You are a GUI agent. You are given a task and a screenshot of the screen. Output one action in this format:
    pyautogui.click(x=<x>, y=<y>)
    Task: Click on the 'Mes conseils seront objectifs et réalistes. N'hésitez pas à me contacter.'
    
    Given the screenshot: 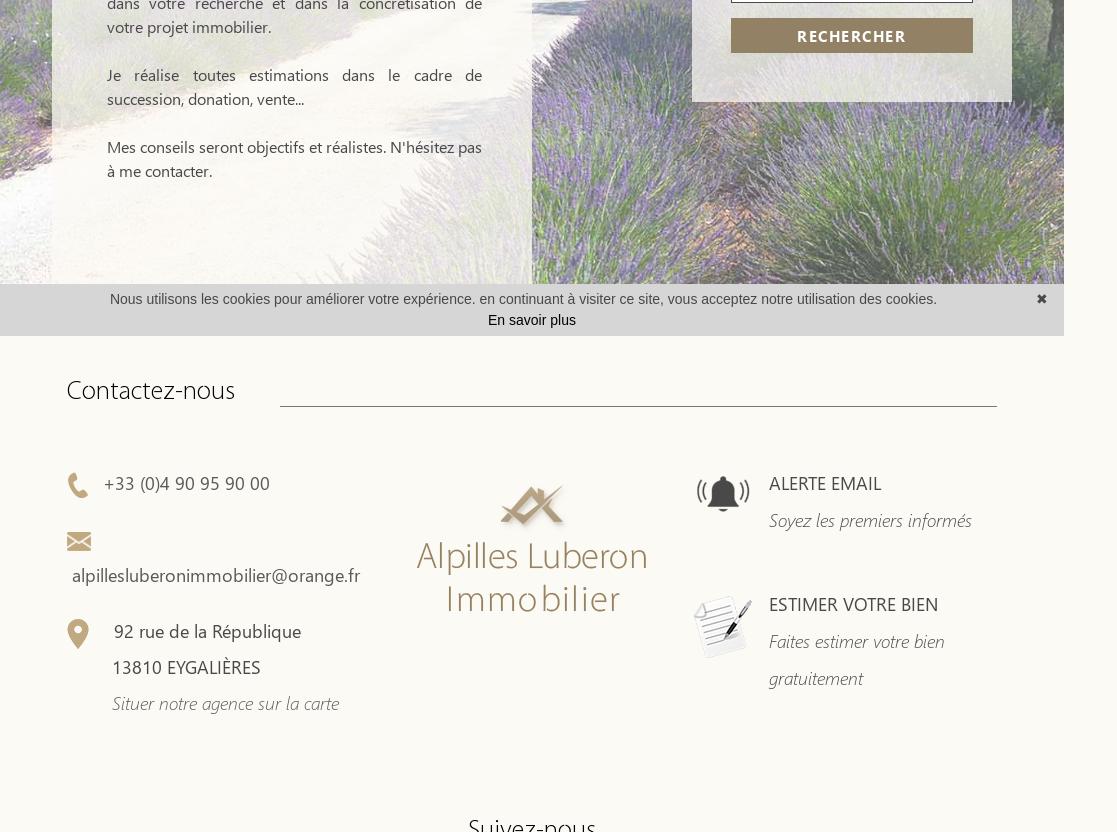 What is the action you would take?
    pyautogui.click(x=293, y=157)
    